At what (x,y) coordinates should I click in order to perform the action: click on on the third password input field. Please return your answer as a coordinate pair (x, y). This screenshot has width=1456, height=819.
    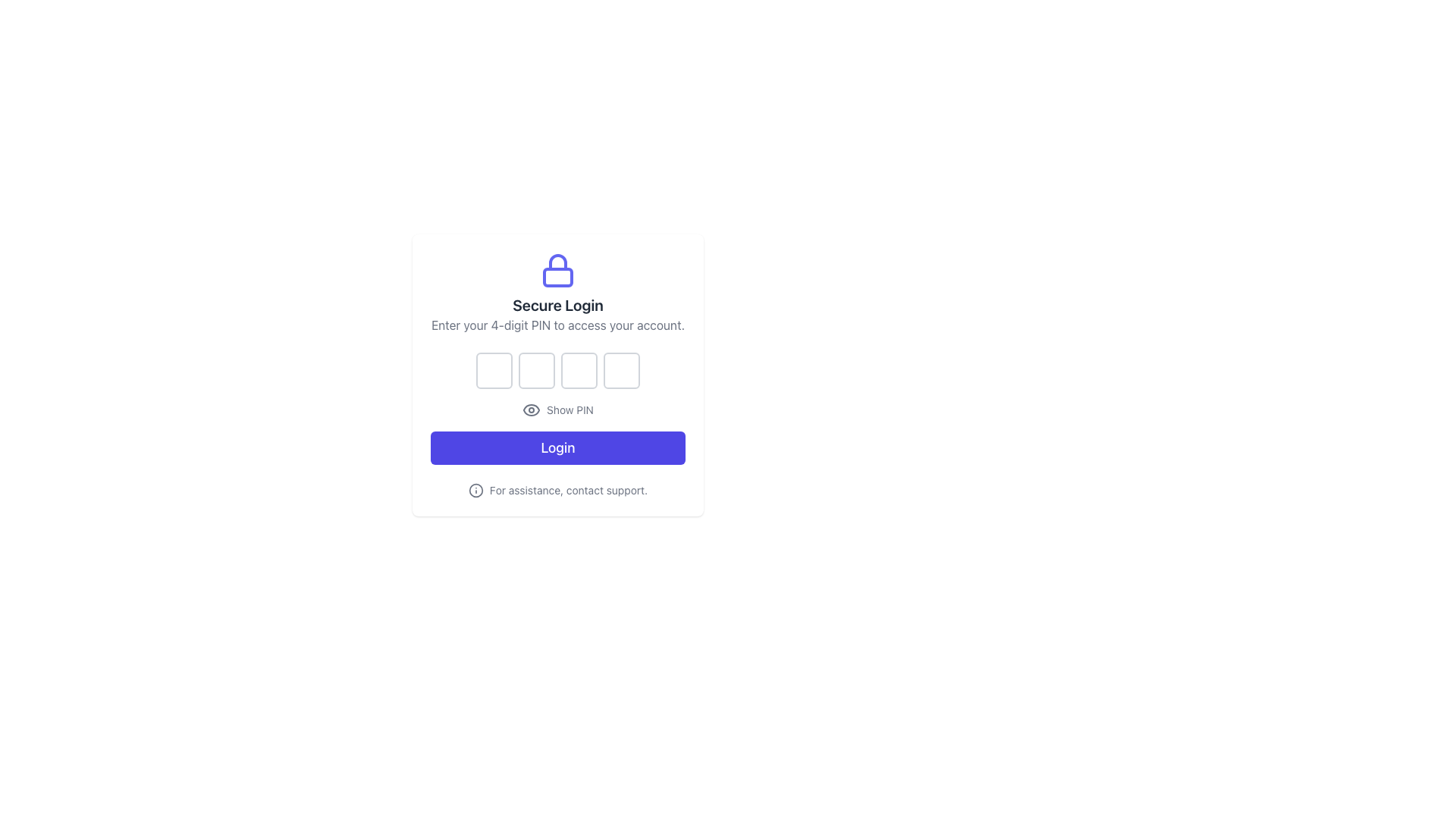
    Looking at the image, I should click on (578, 371).